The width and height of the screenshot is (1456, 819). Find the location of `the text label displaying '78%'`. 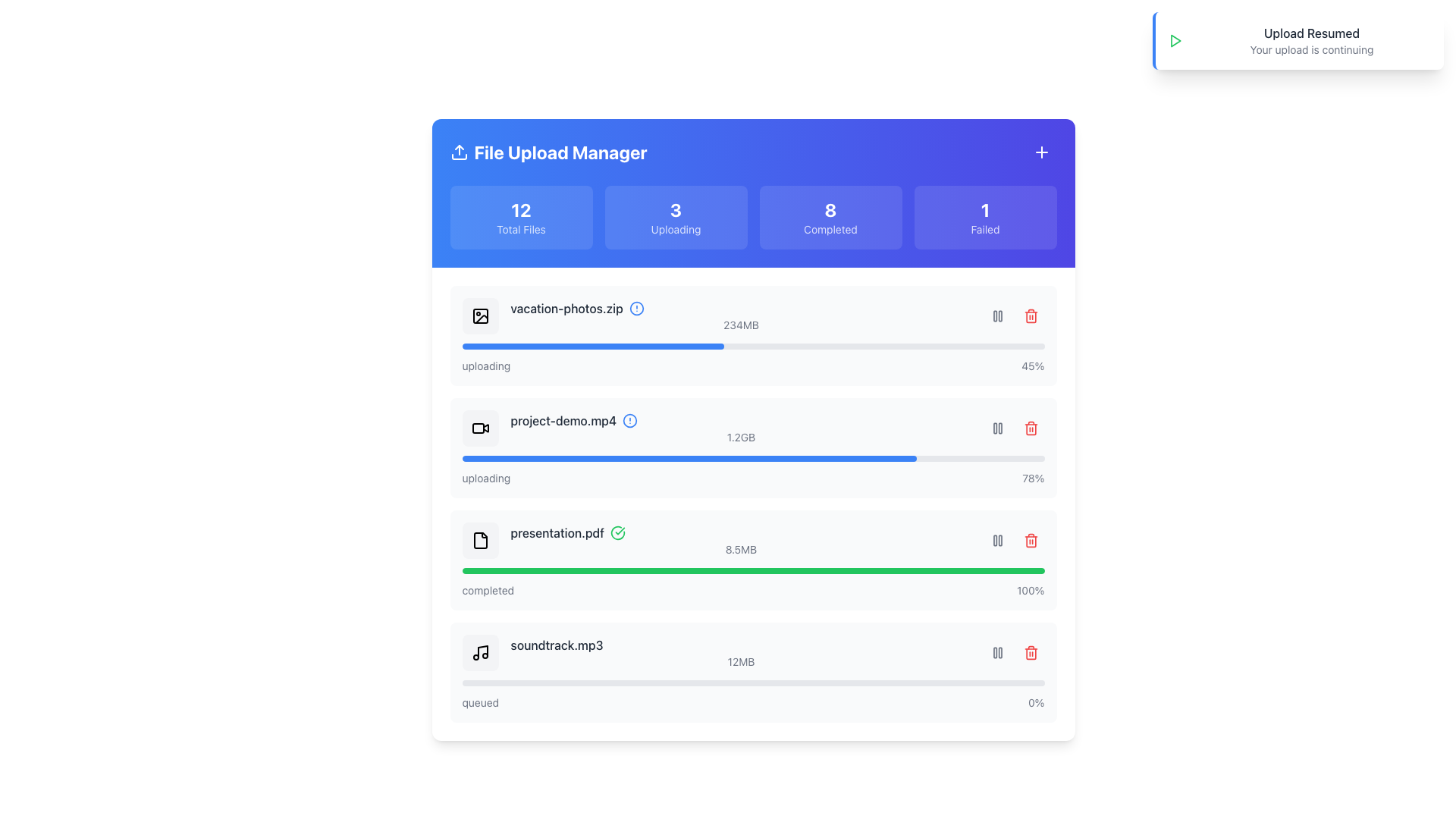

the text label displaying '78%' is located at coordinates (1032, 479).